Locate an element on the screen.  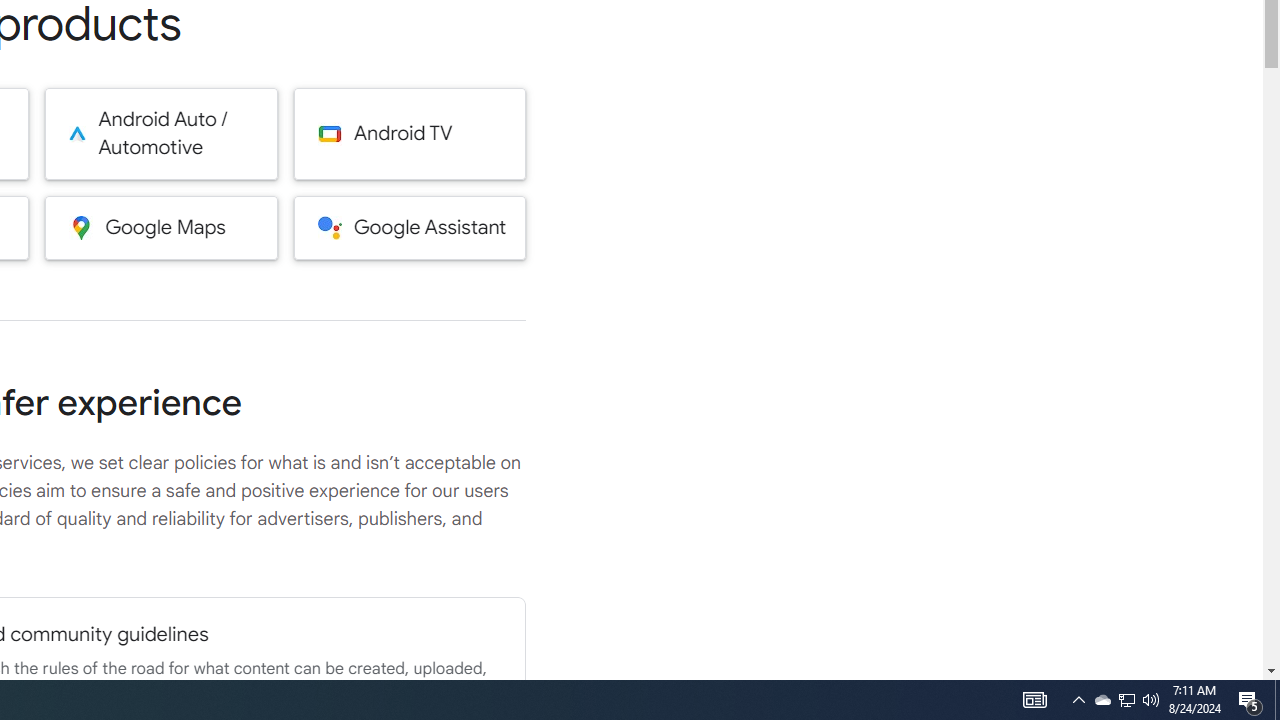
'Android TV' is located at coordinates (409, 133).